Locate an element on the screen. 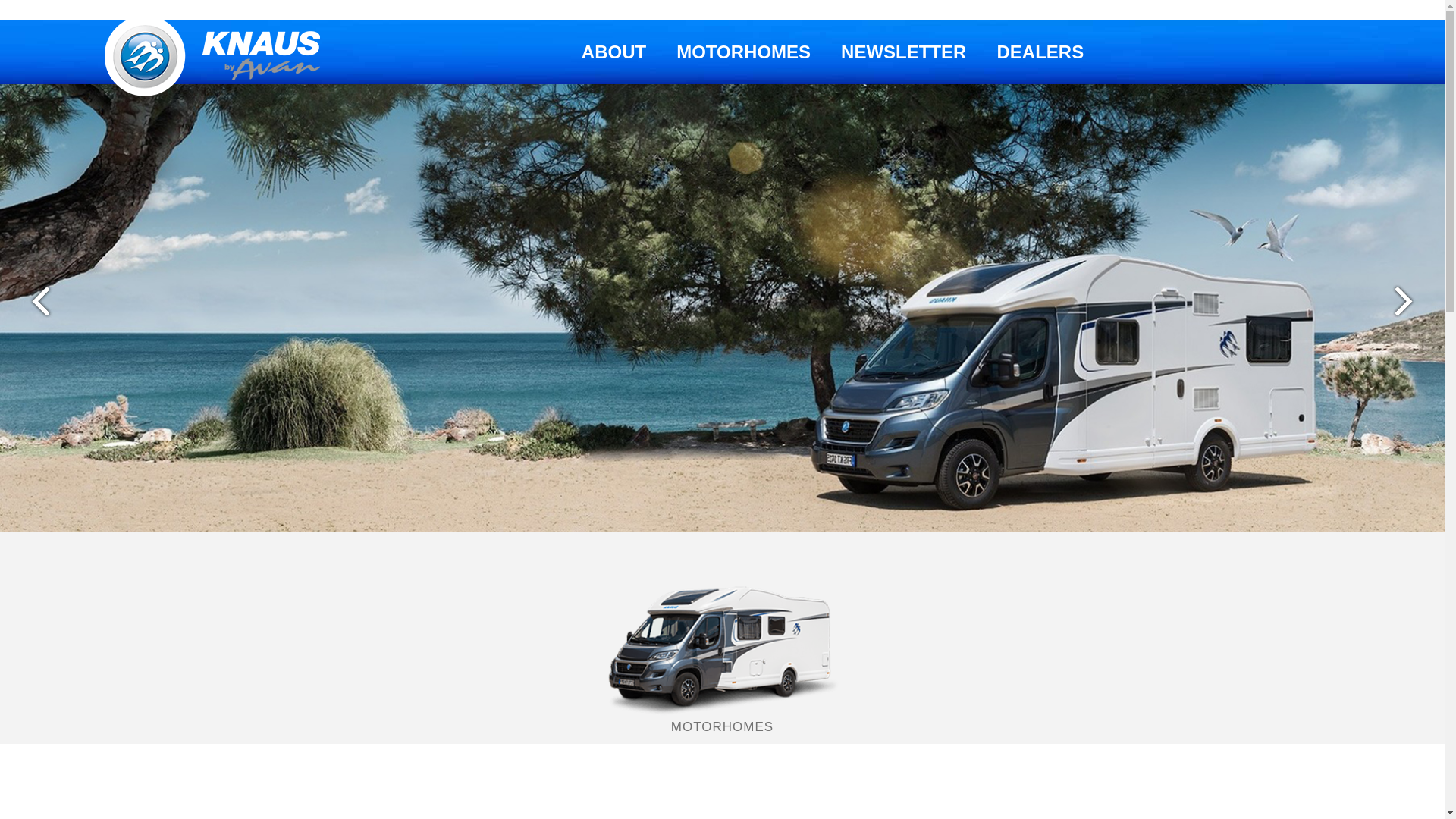 The image size is (1456, 819). 'NEWSLETTER' is located at coordinates (903, 51).